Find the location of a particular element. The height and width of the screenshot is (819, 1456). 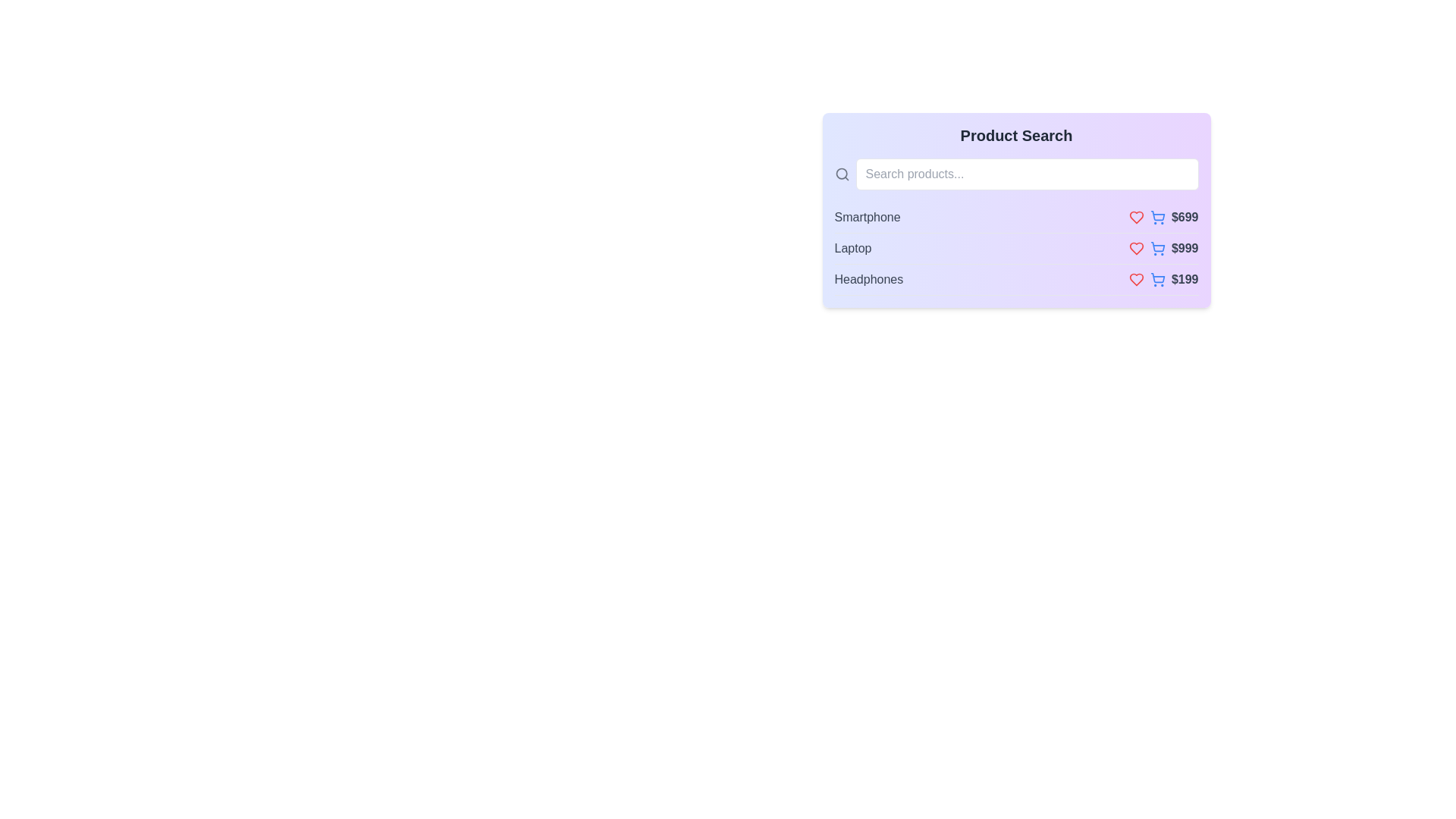

the static text label 'Smartphone' located at the leftmost part of the first row in the product list is located at coordinates (868, 217).